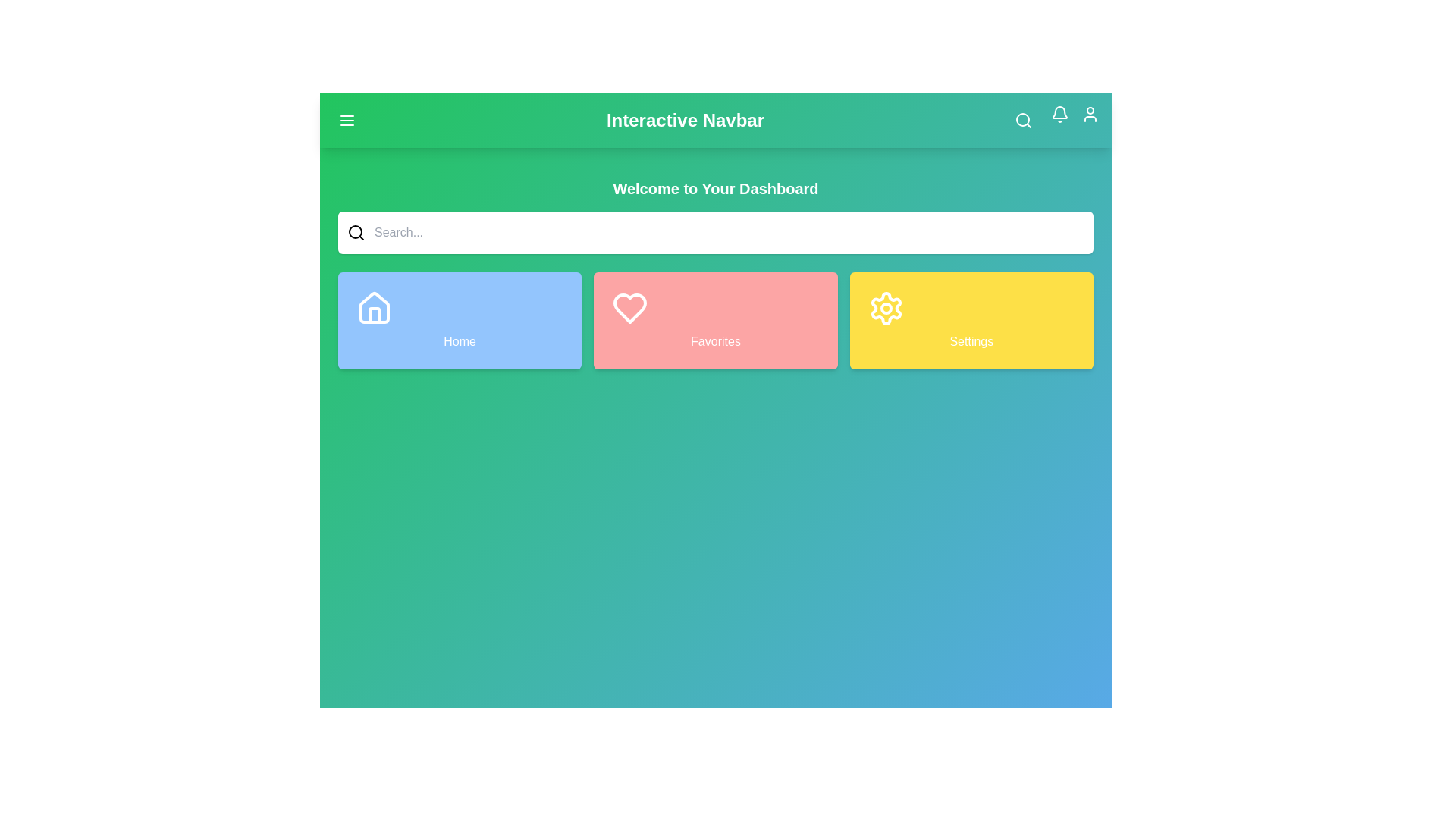 The height and width of the screenshot is (819, 1456). What do you see at coordinates (728, 233) in the screenshot?
I see `the search input field and type 'example text'` at bounding box center [728, 233].